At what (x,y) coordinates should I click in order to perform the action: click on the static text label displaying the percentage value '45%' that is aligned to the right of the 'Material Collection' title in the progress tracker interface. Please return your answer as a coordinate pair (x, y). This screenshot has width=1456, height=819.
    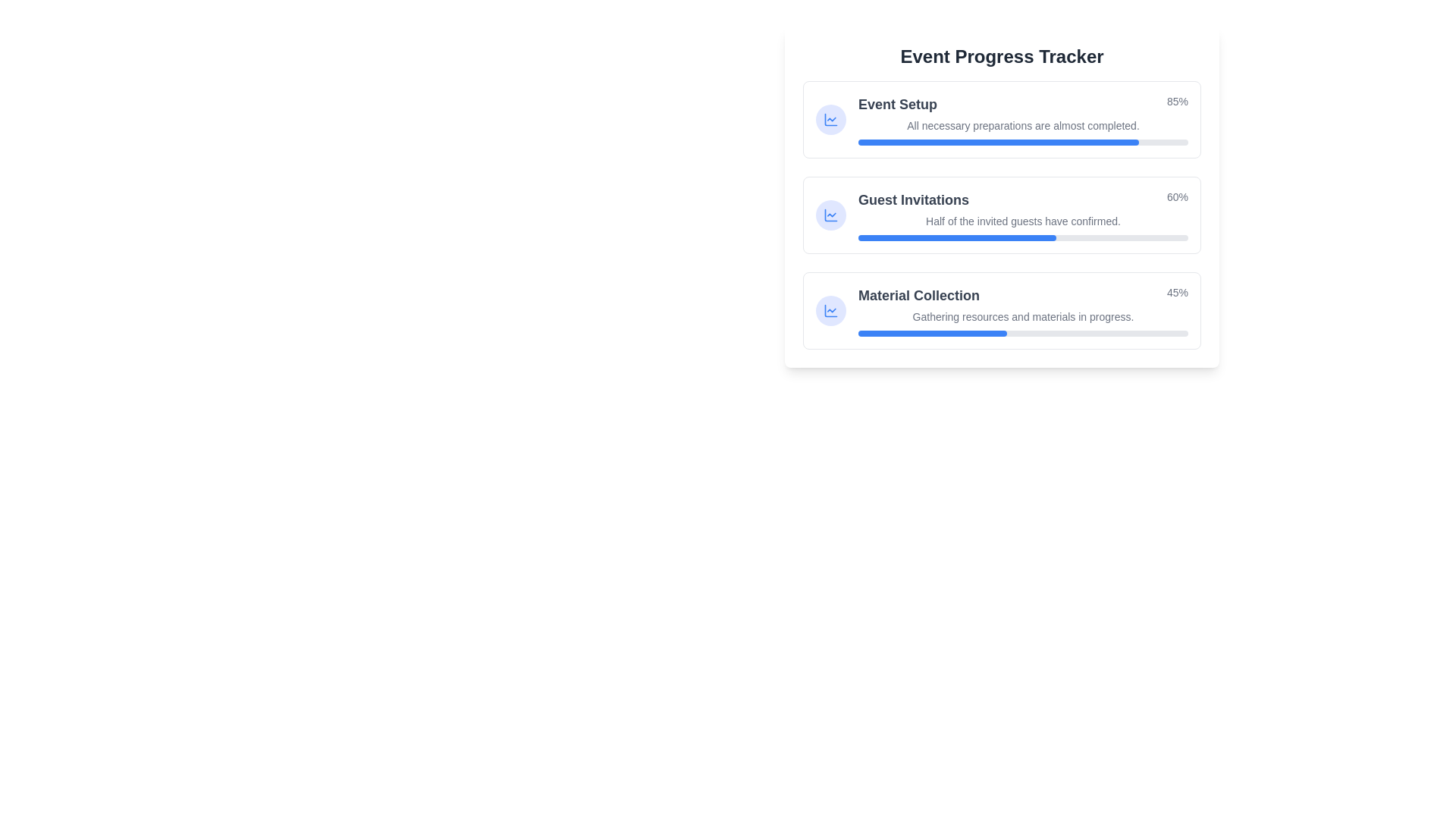
    Looking at the image, I should click on (1176, 295).